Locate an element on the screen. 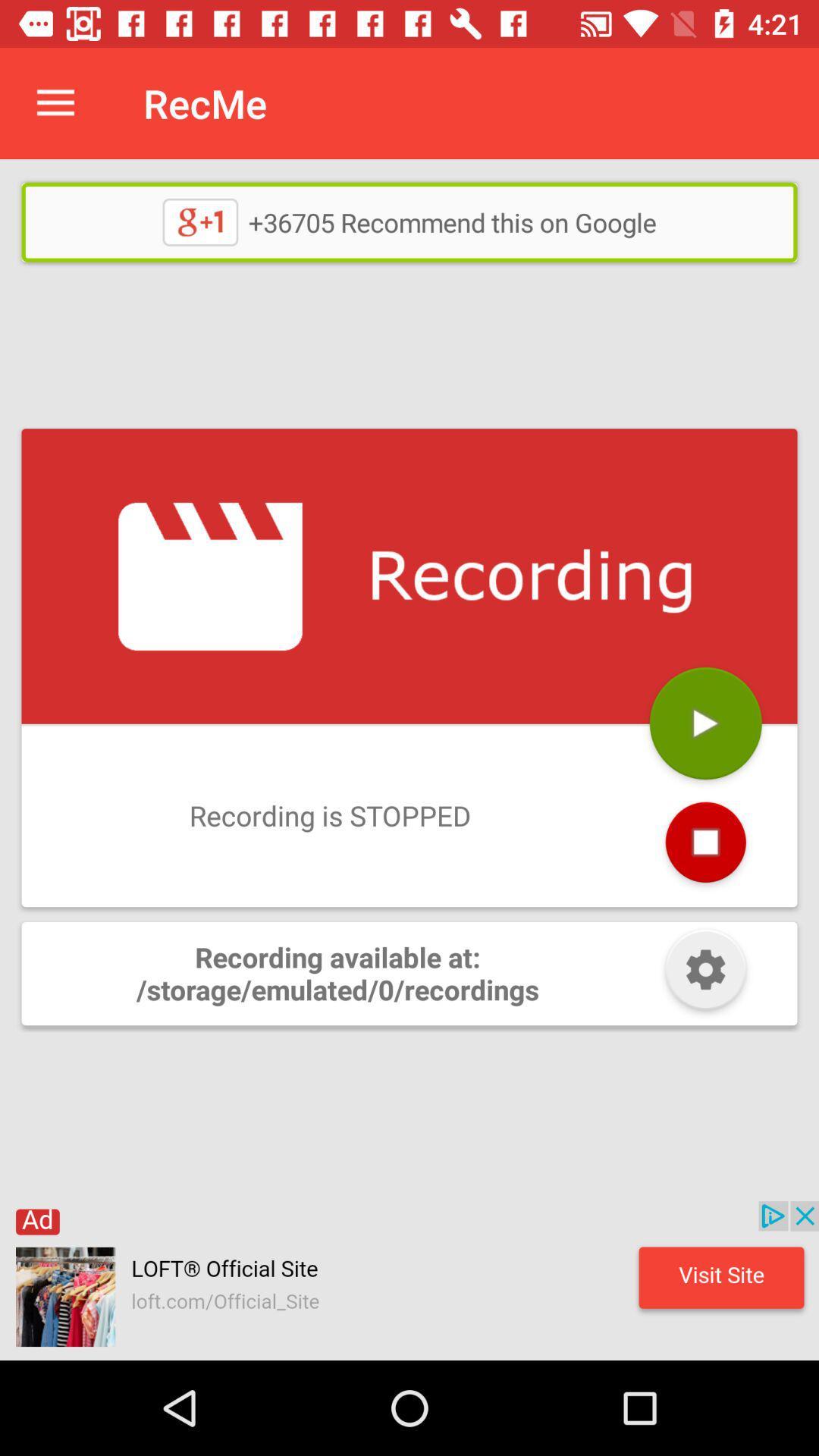 The width and height of the screenshot is (819, 1456). advertisement banner is located at coordinates (409, 1280).